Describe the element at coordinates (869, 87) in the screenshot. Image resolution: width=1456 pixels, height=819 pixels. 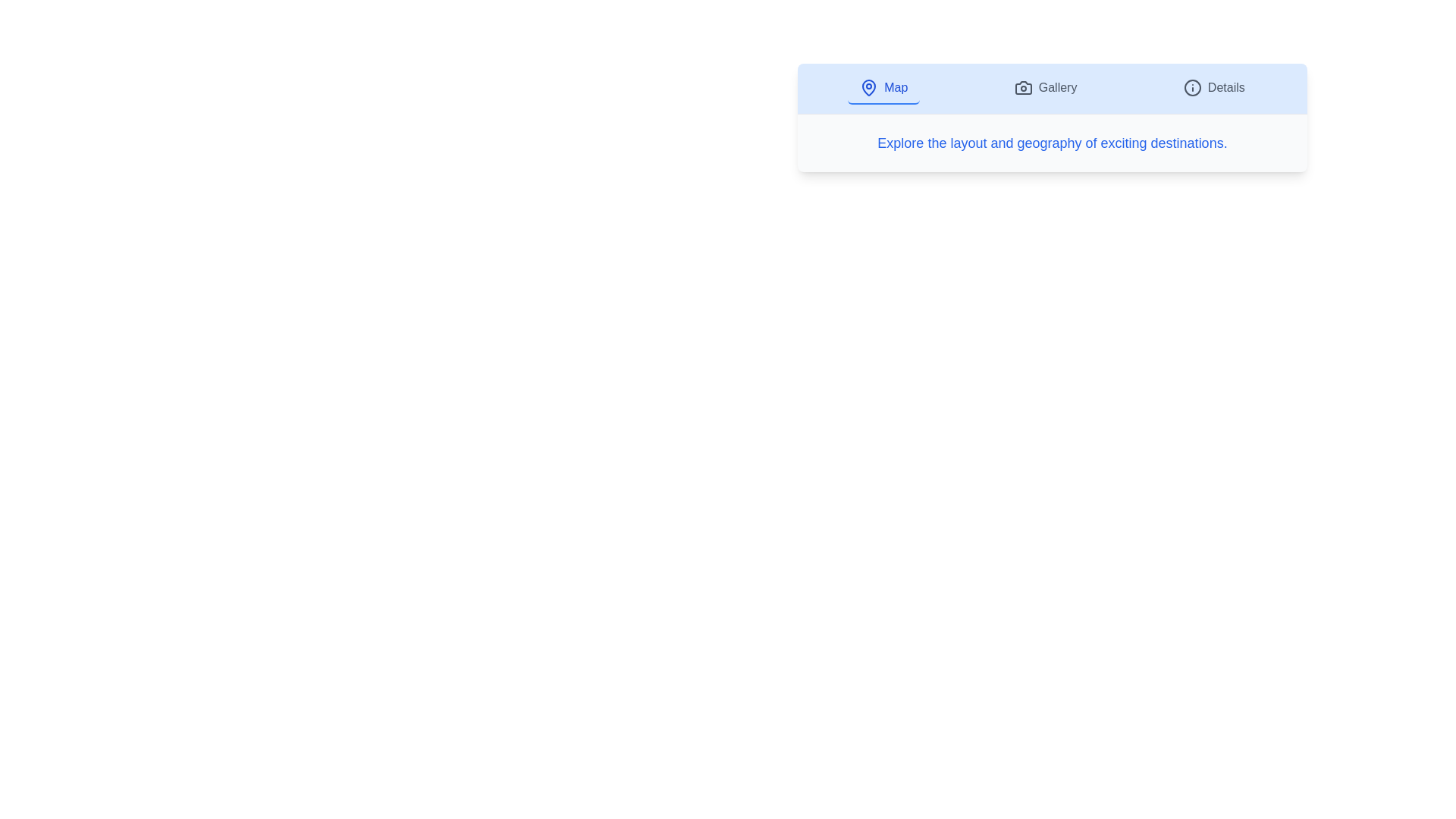
I see `the icon of the Map tab` at that location.